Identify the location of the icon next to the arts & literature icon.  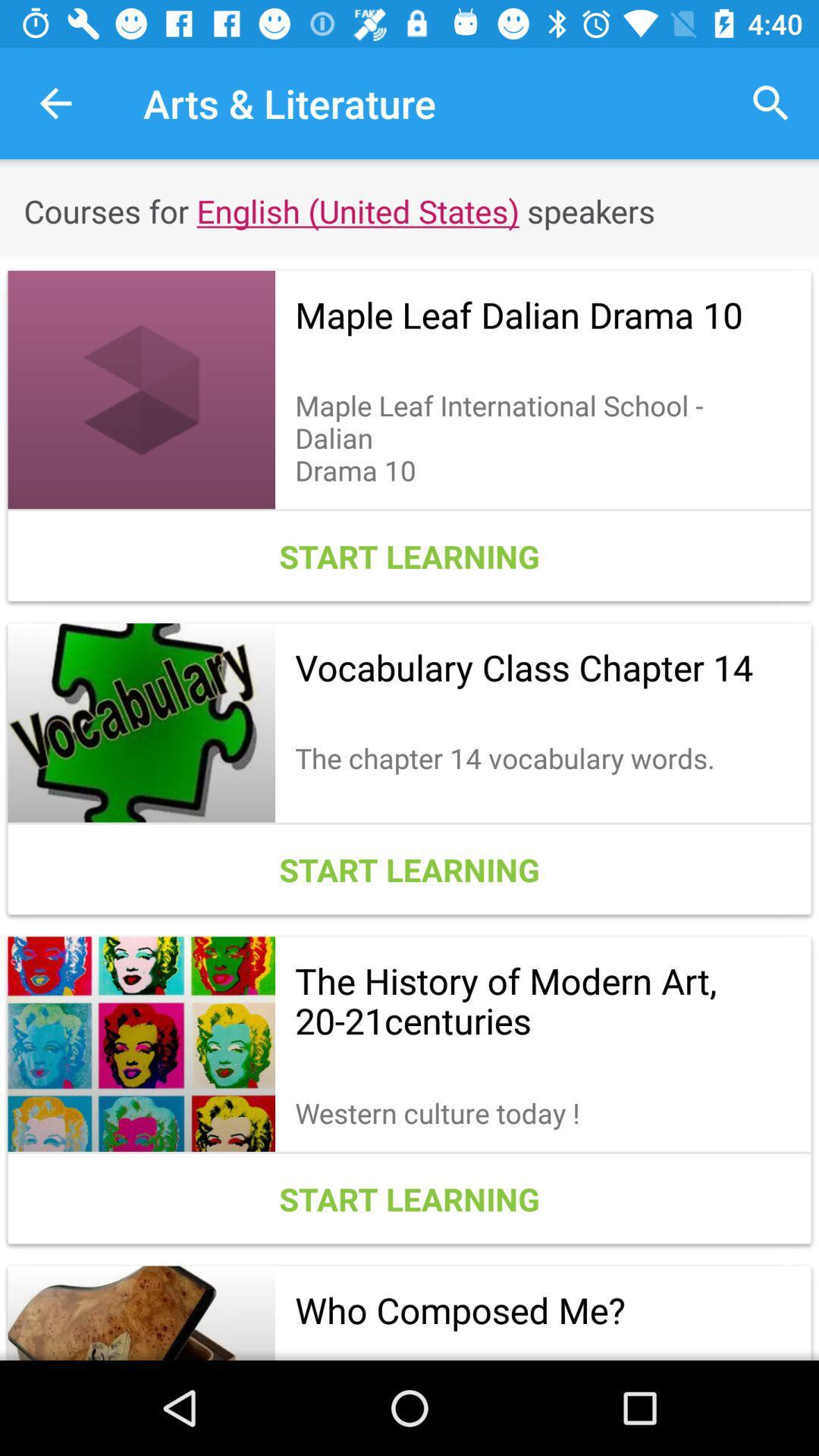
(55, 102).